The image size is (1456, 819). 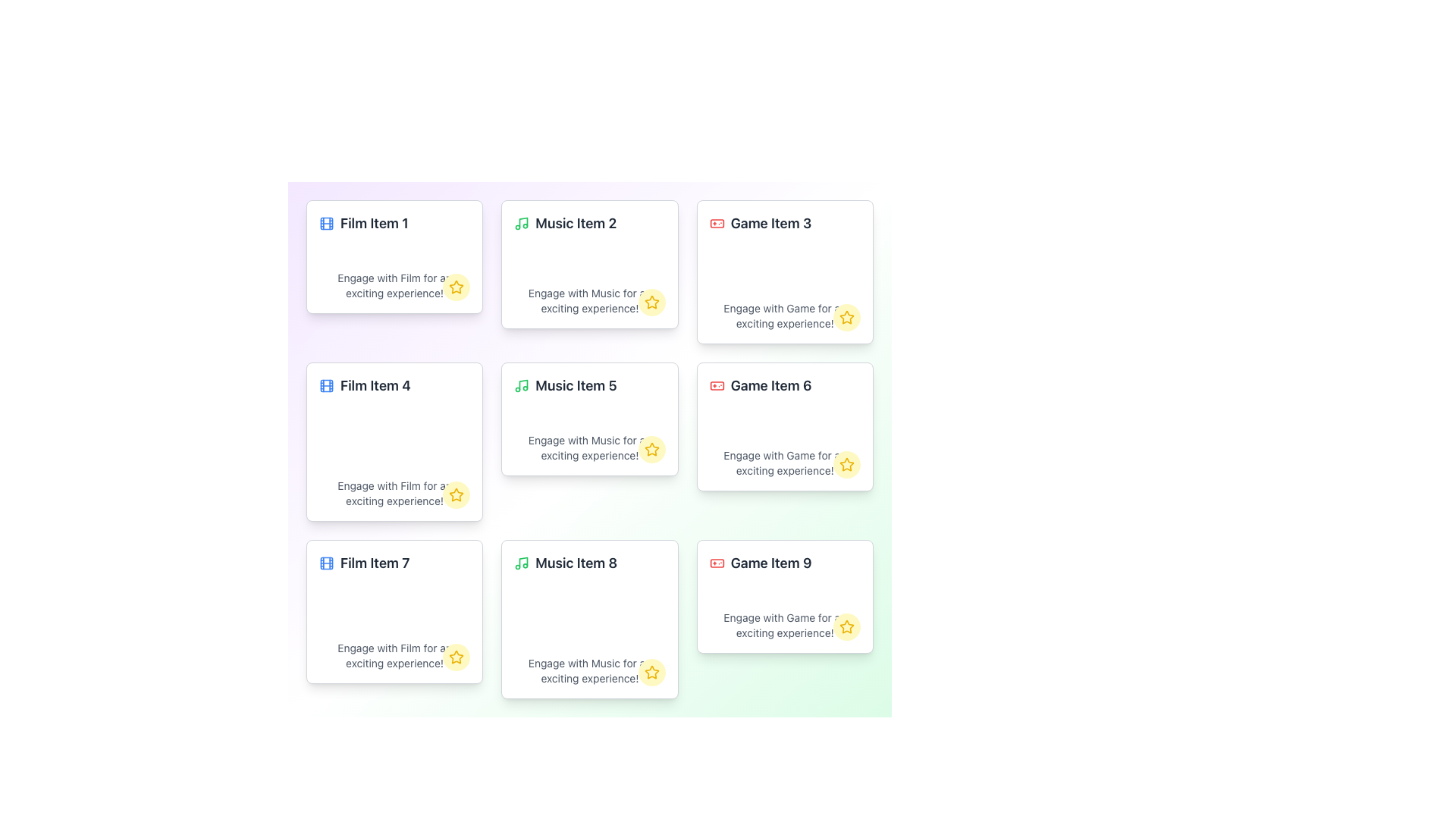 I want to click on the static text label for the gaming-related item, which is positioned in the first row of the rightmost column of a grid layout, next to a game controller icon, so click(x=770, y=223).